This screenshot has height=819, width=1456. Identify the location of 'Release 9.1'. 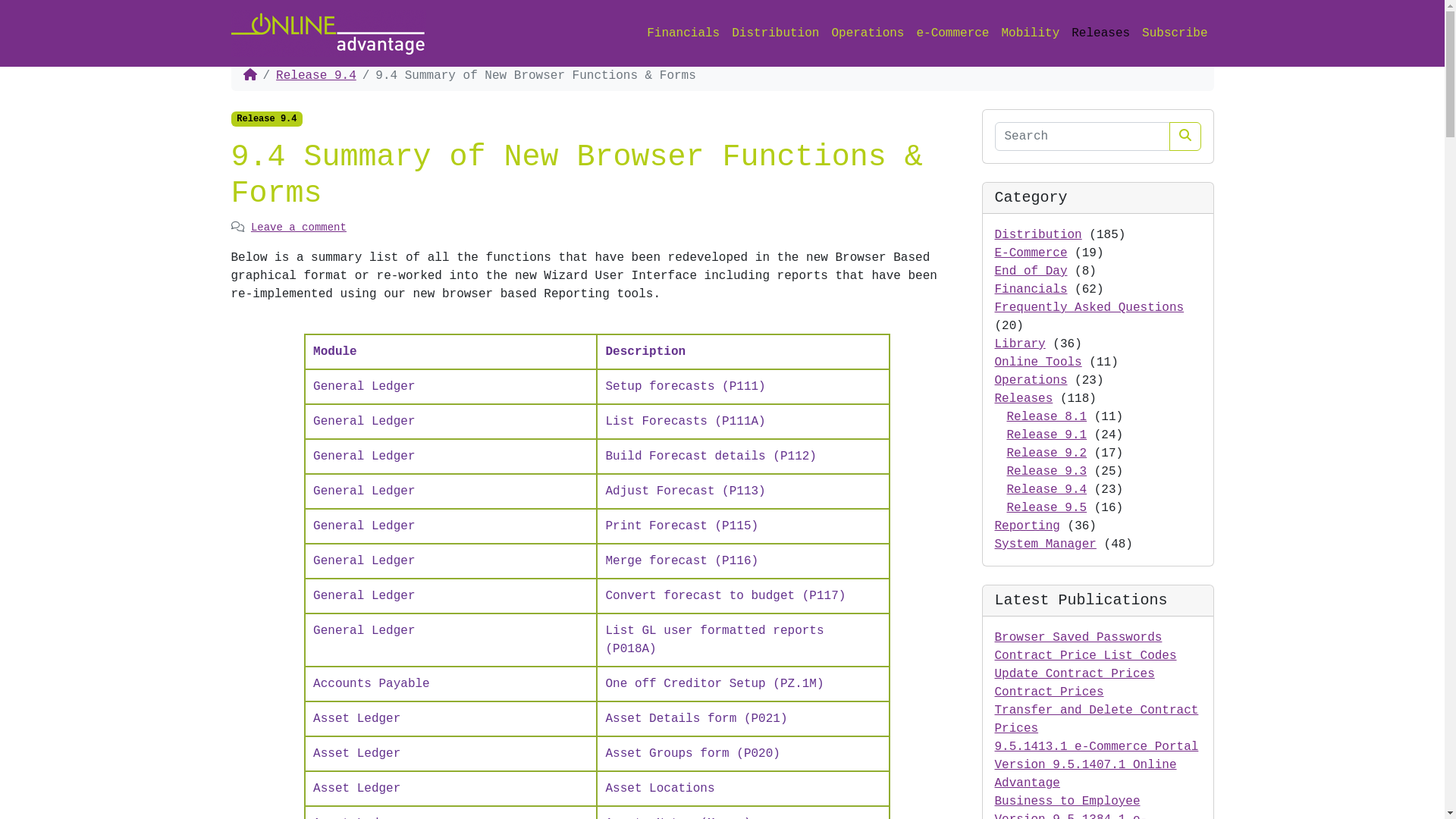
(1046, 435).